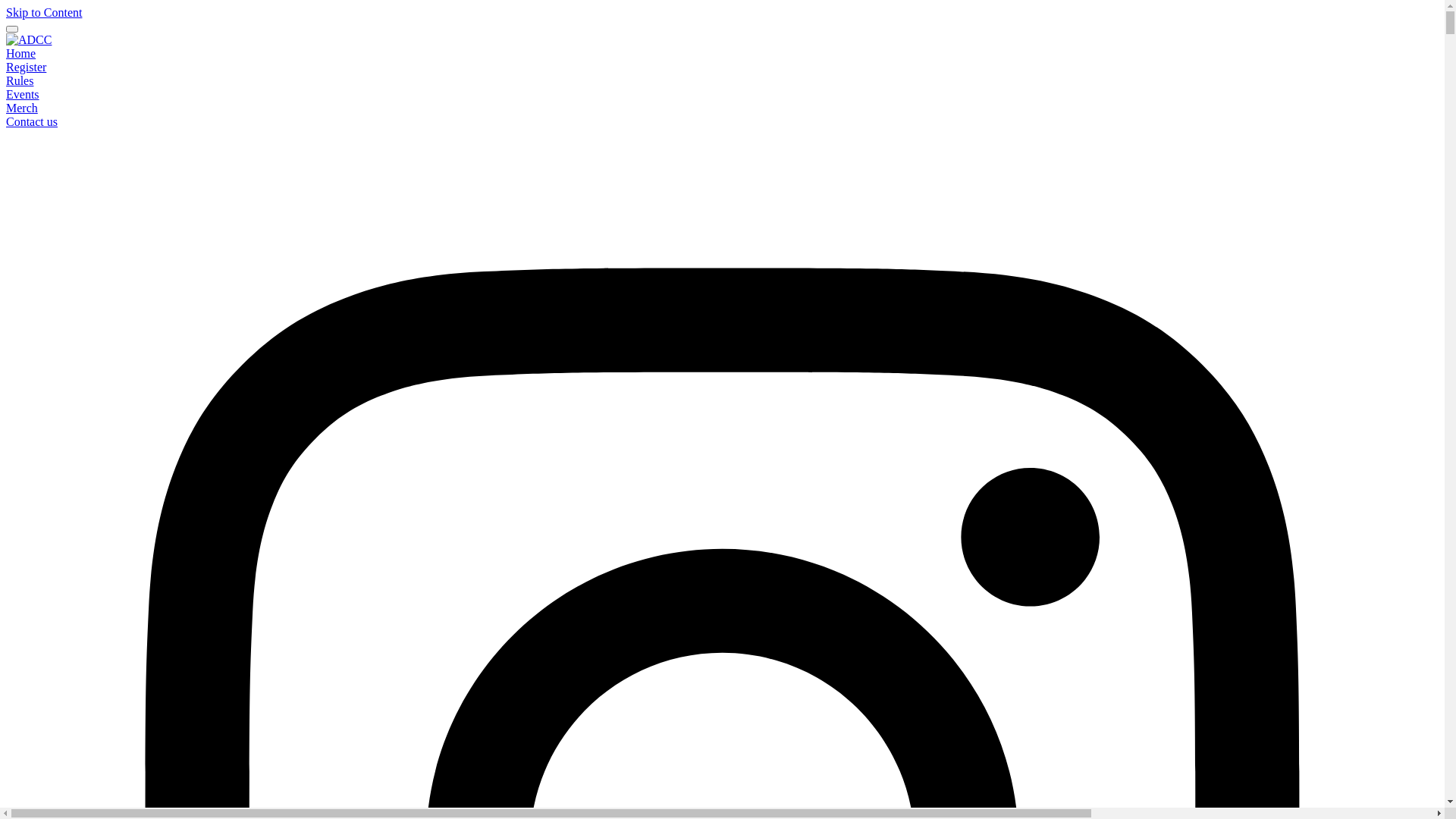  What do you see at coordinates (6, 66) in the screenshot?
I see `'Register'` at bounding box center [6, 66].